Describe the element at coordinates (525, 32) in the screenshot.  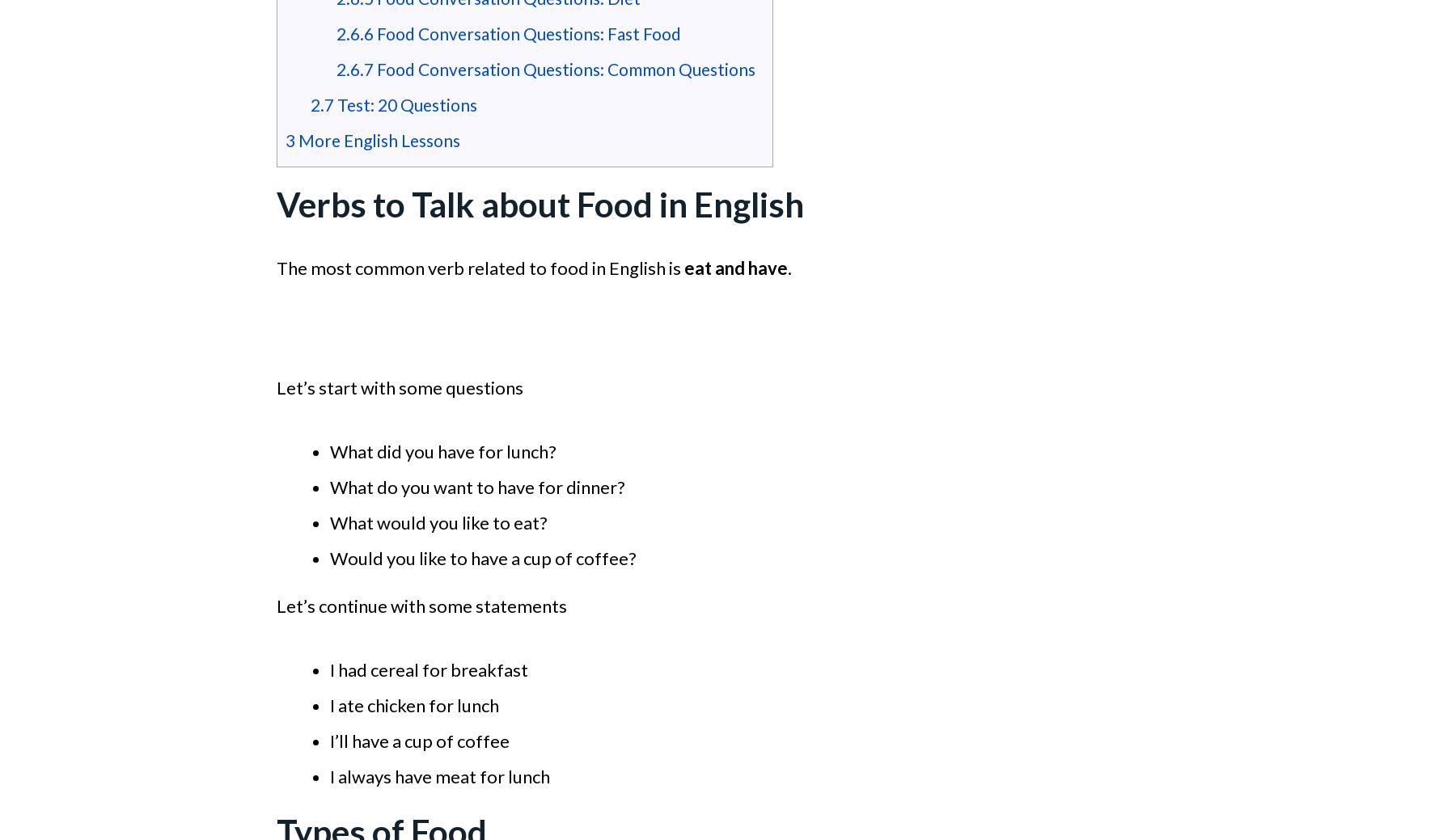
I see `'Food Conversation Questions: Fast Food'` at that location.